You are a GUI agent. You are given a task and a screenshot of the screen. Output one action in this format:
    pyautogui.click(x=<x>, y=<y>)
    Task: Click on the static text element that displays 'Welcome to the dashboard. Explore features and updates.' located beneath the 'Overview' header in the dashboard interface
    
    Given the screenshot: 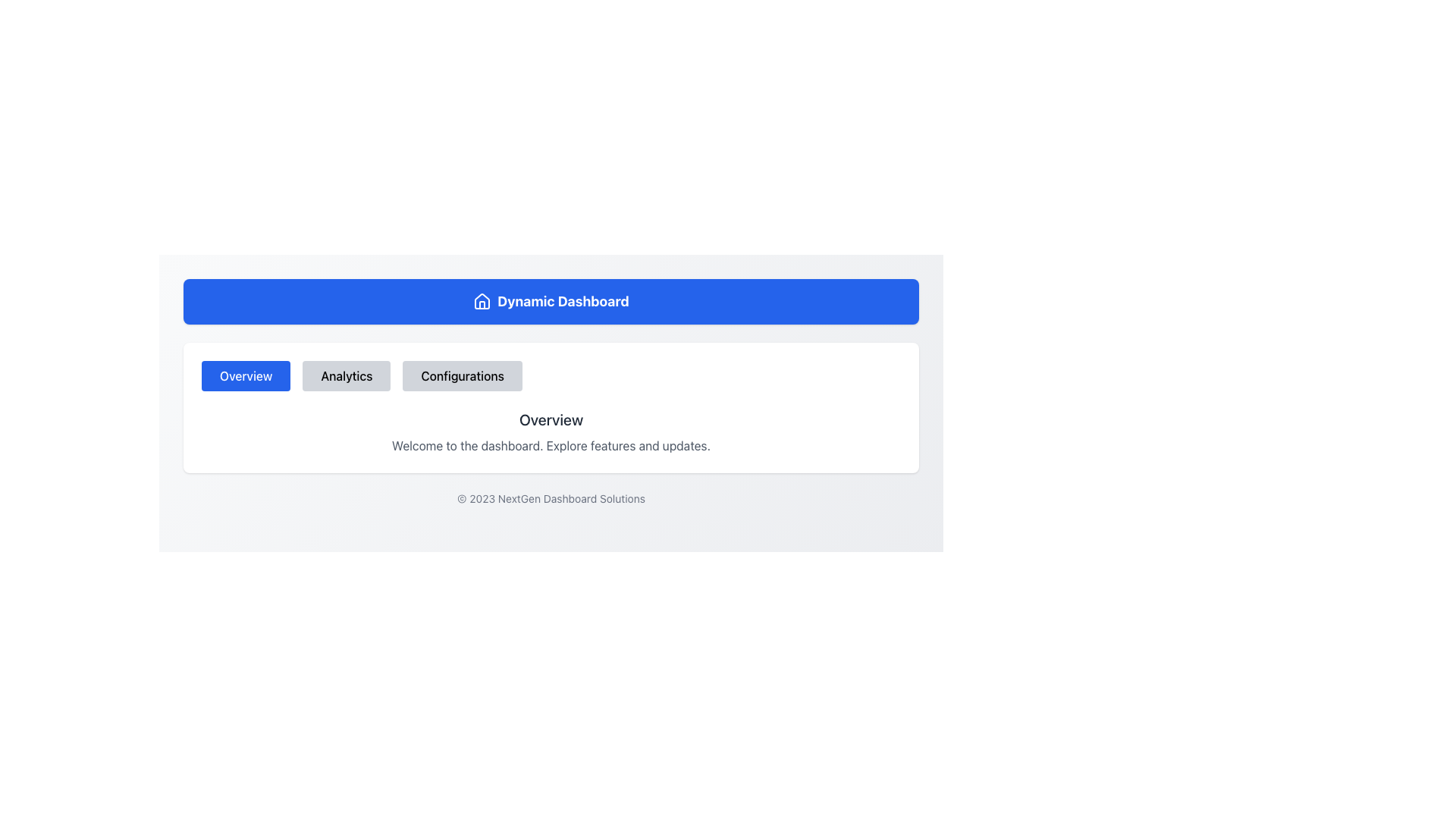 What is the action you would take?
    pyautogui.click(x=550, y=444)
    